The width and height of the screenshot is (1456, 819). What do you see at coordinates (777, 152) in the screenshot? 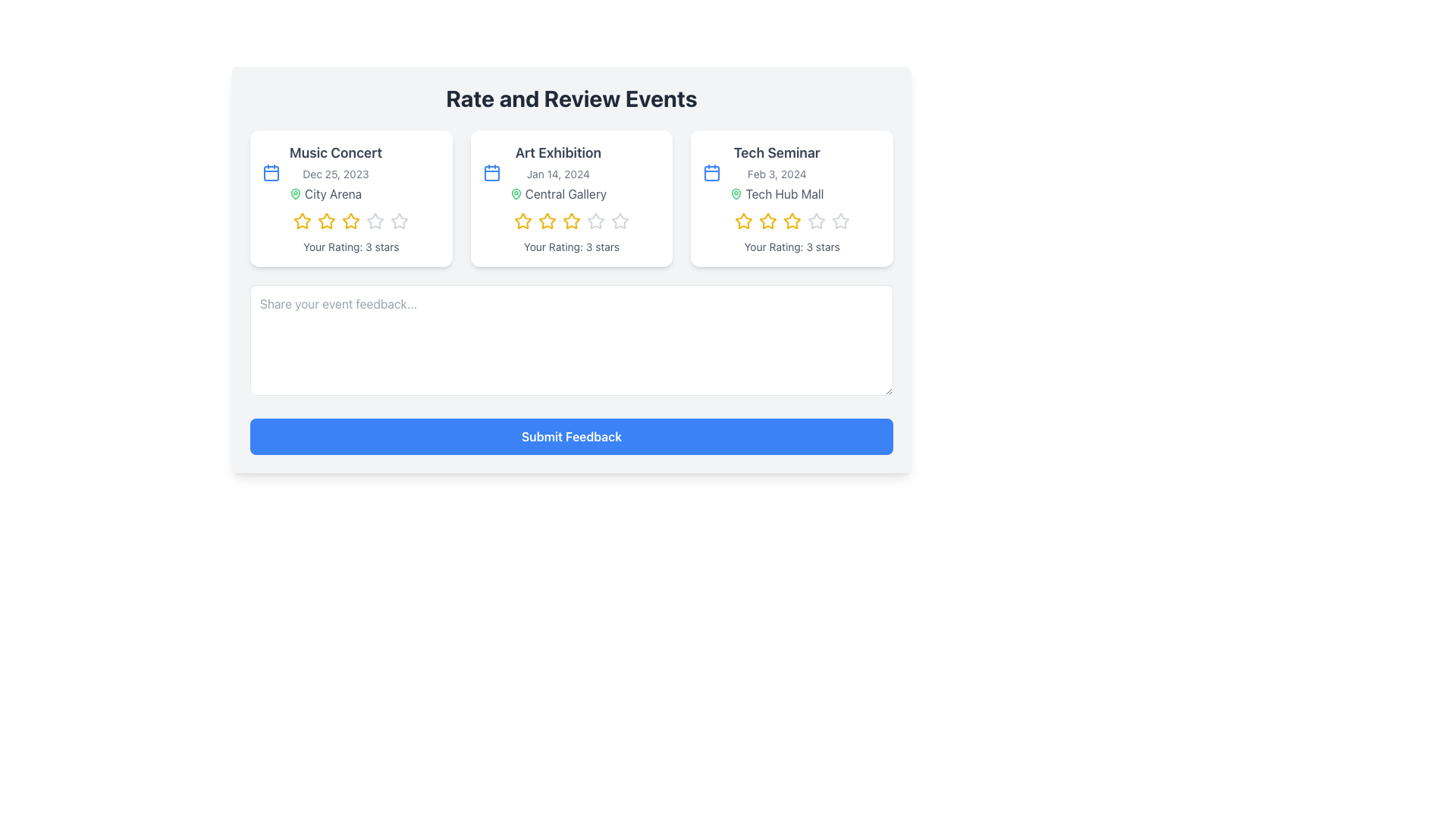
I see `the 'Tech Seminar' text label, which is prominently displayed in bold font within the third event card of the 'Rate and Review Events' section` at bounding box center [777, 152].